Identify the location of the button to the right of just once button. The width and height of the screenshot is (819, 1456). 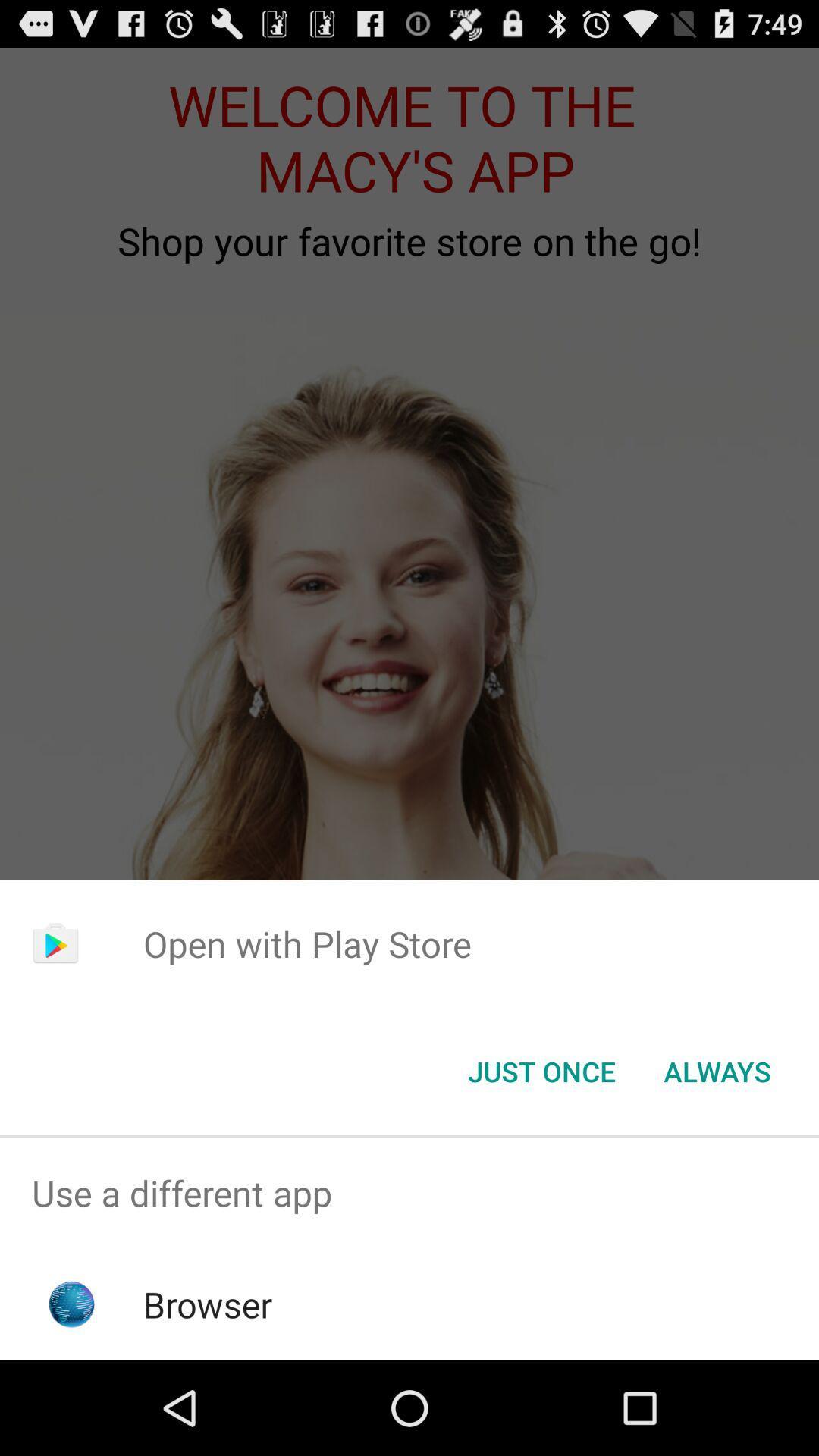
(717, 1070).